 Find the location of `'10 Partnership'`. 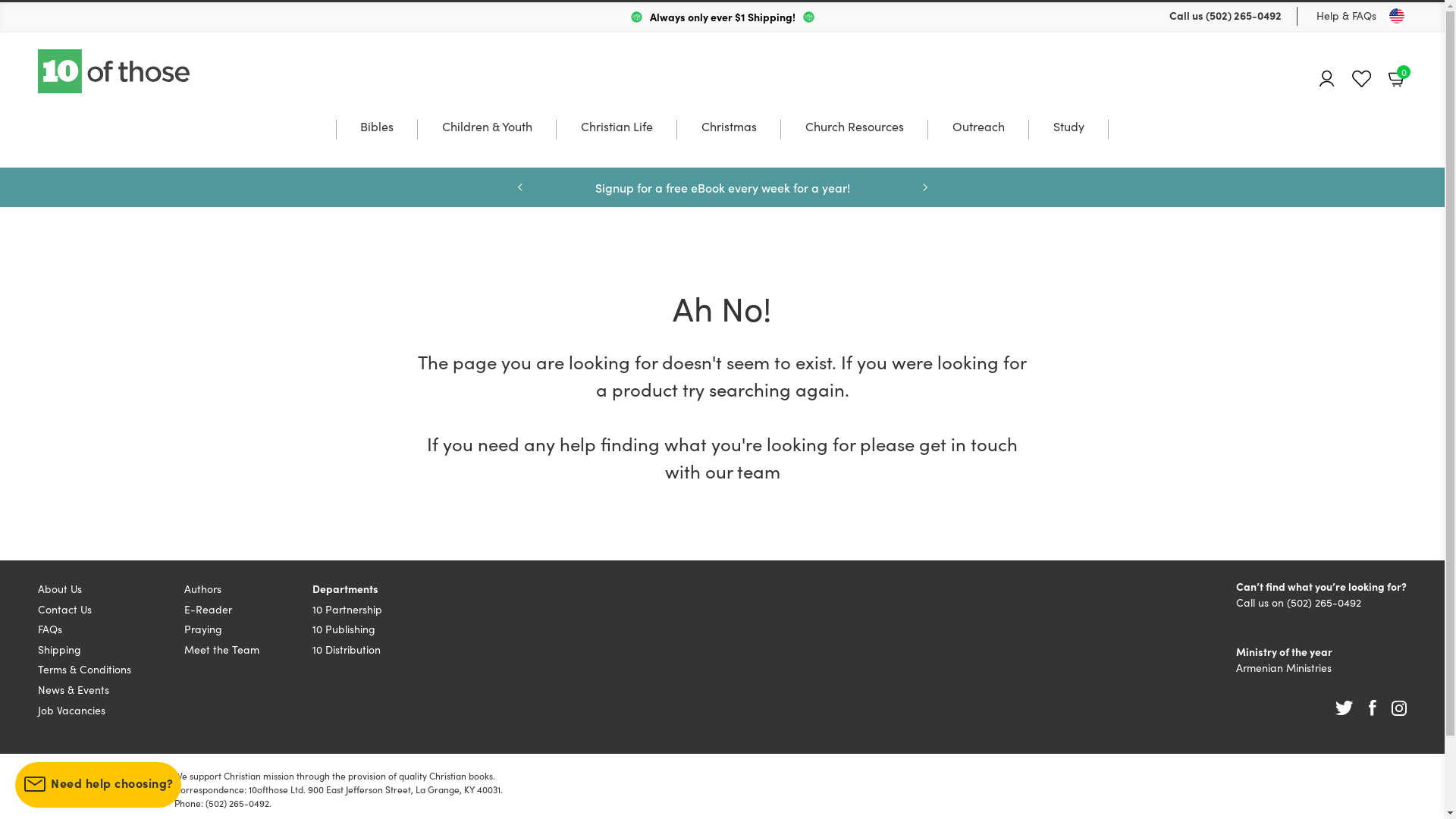

'10 Partnership' is located at coordinates (346, 607).